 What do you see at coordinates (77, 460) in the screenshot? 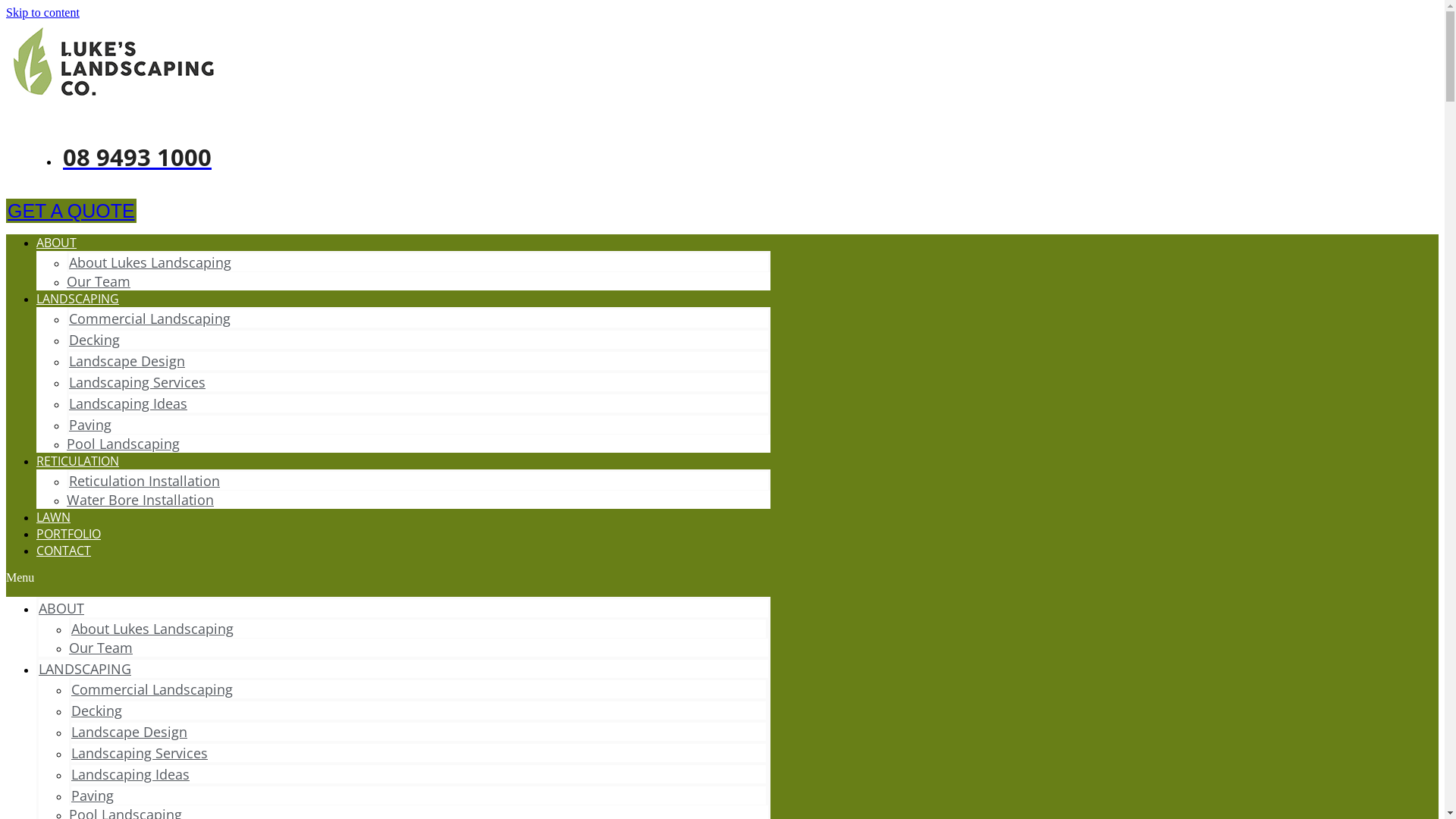
I see `'RETICULATION'` at bounding box center [77, 460].